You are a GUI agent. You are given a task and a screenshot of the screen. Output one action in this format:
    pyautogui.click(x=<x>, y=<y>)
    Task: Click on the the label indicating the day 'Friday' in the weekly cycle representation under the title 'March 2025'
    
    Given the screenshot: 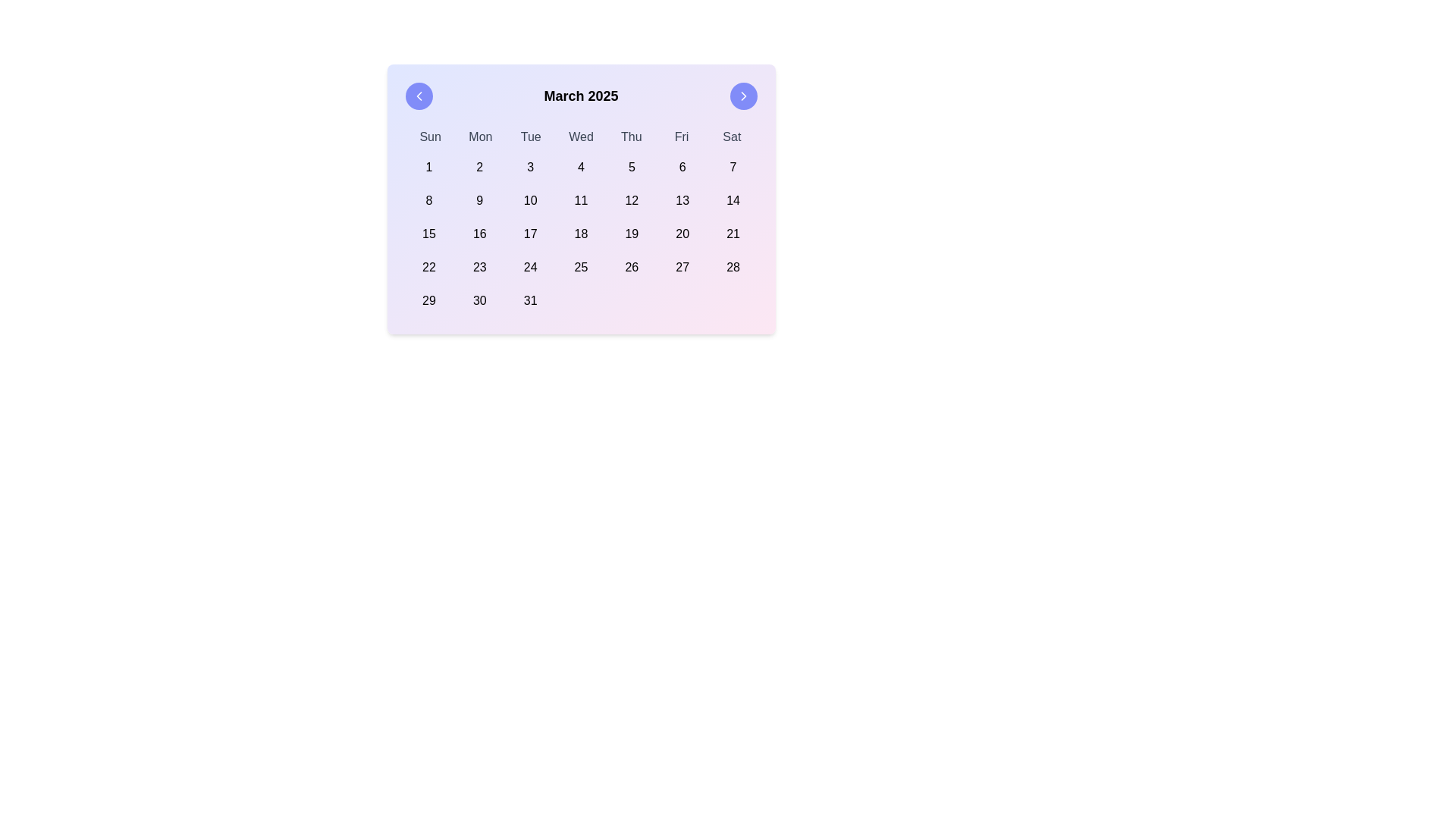 What is the action you would take?
    pyautogui.click(x=681, y=137)
    